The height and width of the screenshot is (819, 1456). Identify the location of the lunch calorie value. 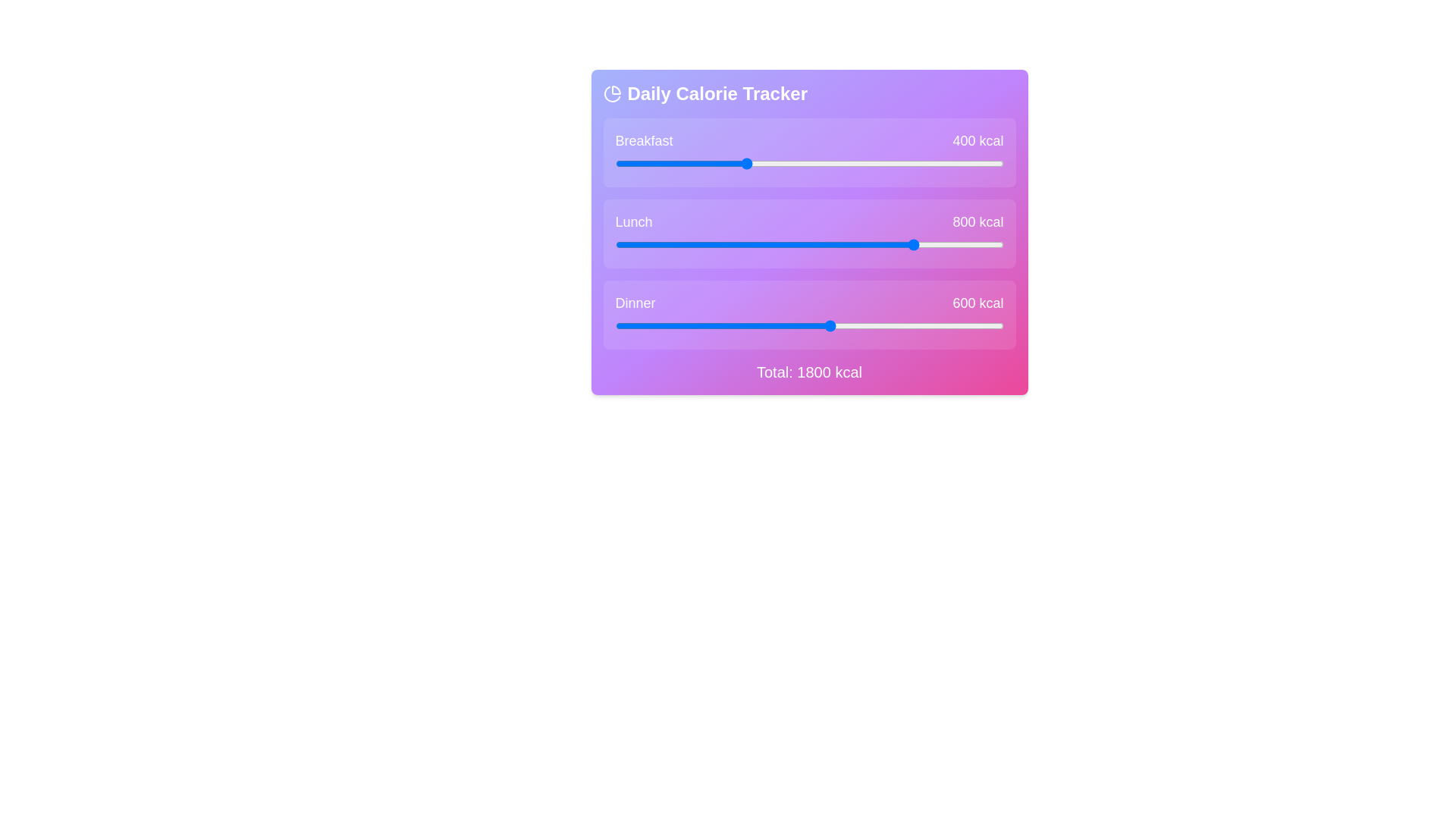
(693, 244).